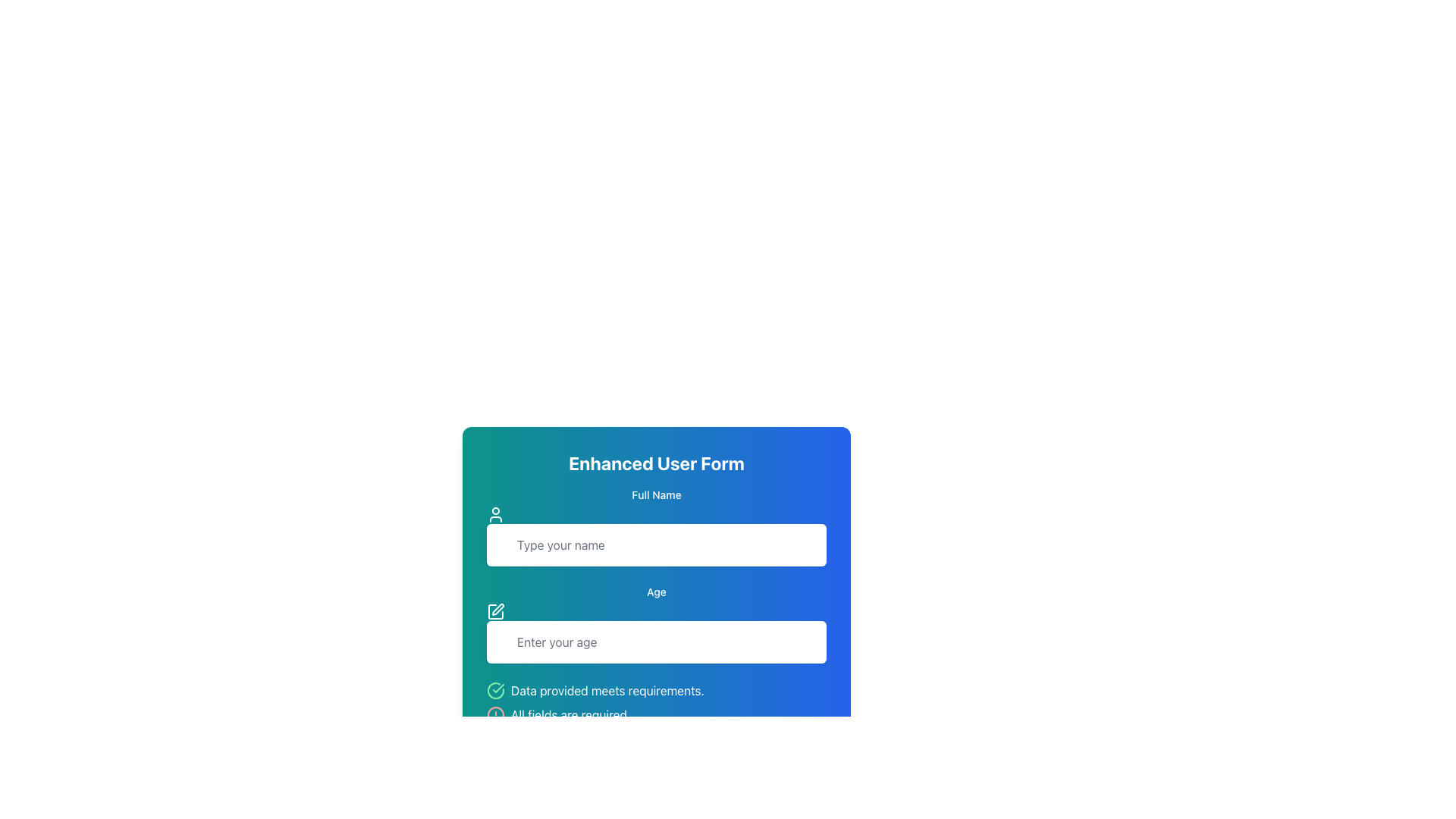  I want to click on the informational text element that displays the messages 'Data provided meets requirements.' and 'All fields are required.' along with their respective icons, located near the bottom of the form, so click(656, 702).